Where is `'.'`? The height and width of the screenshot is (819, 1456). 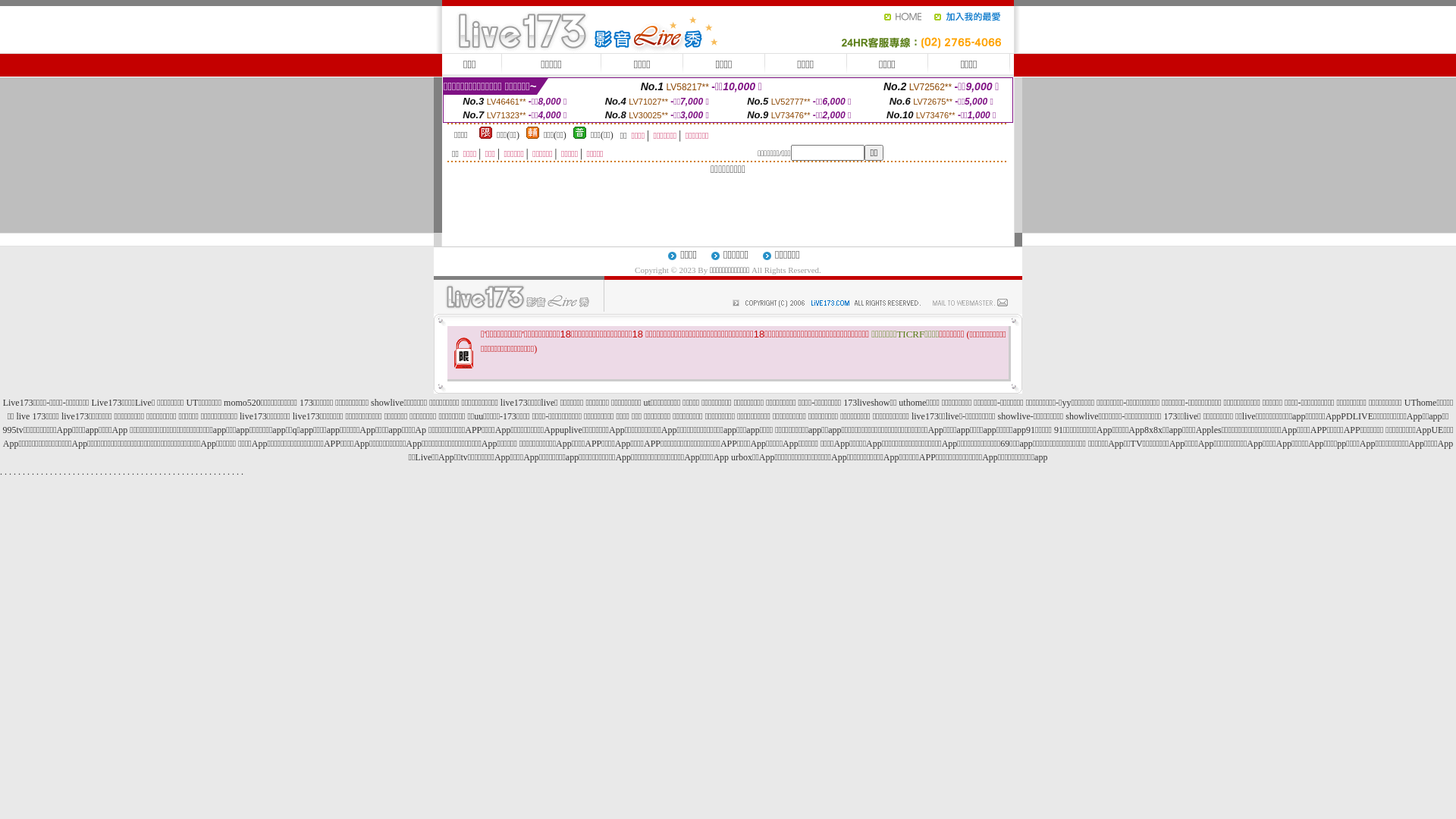 '.' is located at coordinates (96, 470).